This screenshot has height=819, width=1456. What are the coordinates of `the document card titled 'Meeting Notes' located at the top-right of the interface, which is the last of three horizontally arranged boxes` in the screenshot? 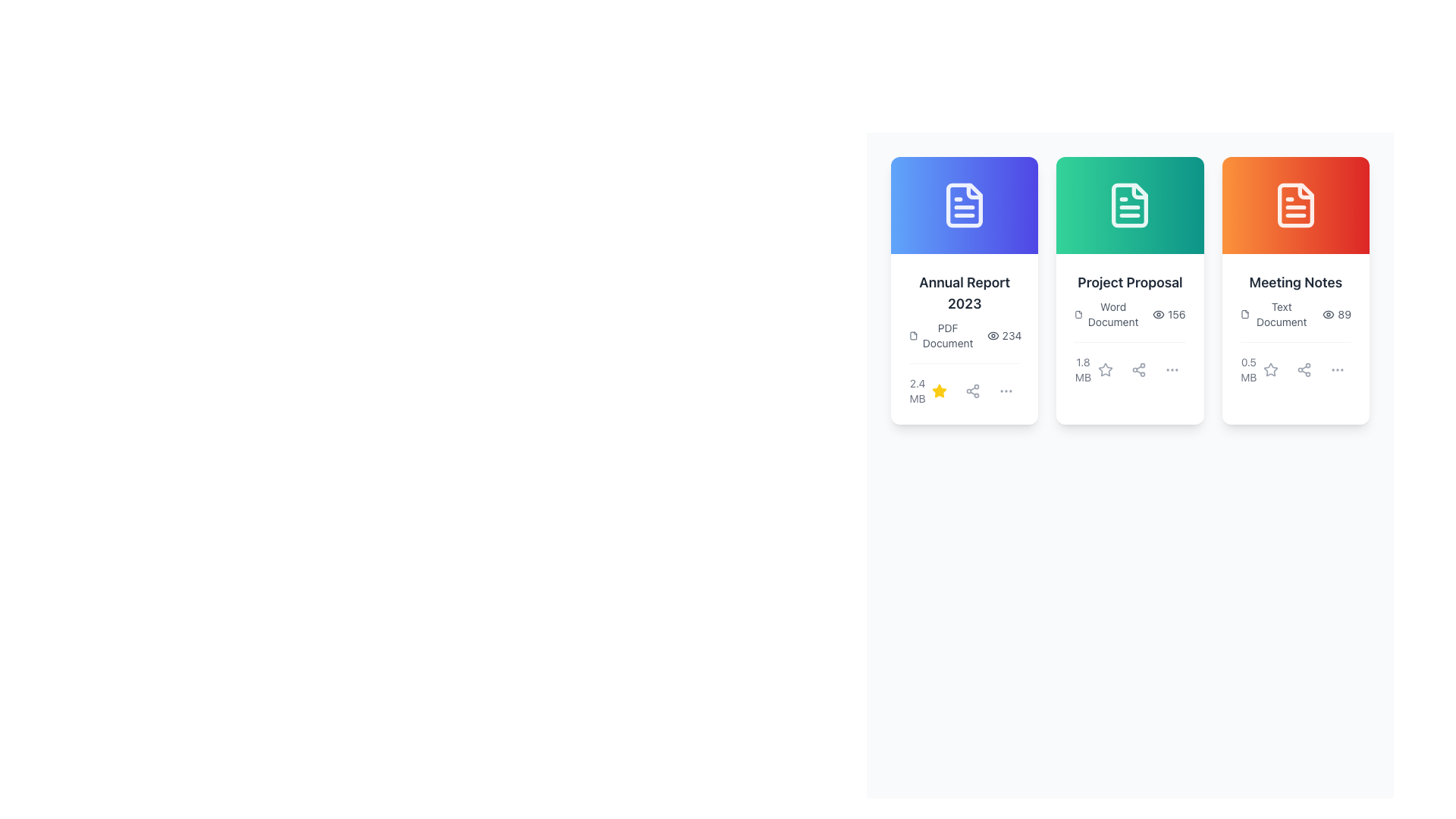 It's located at (1294, 328).